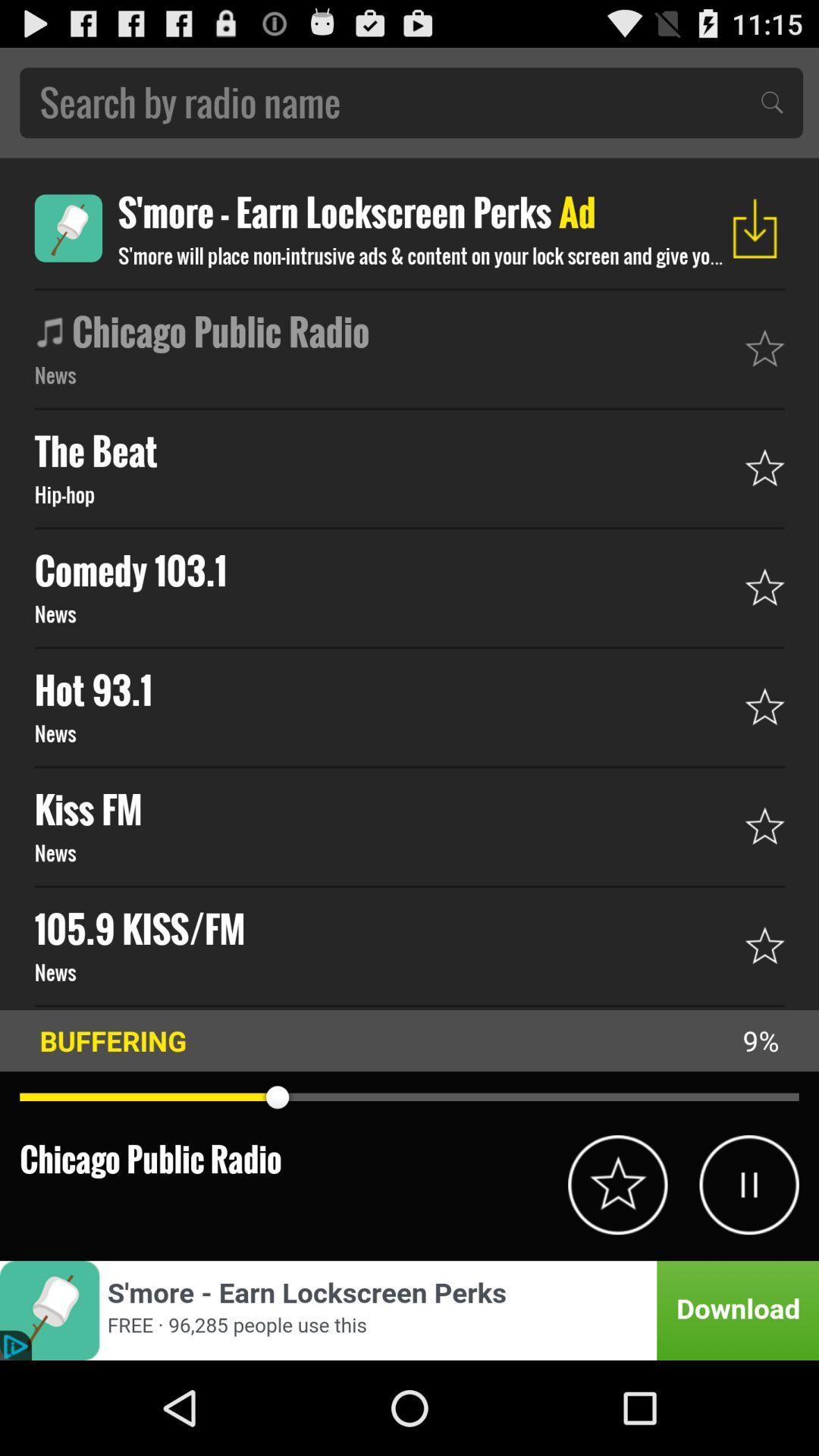  I want to click on advertisement download, so click(409, 1310).